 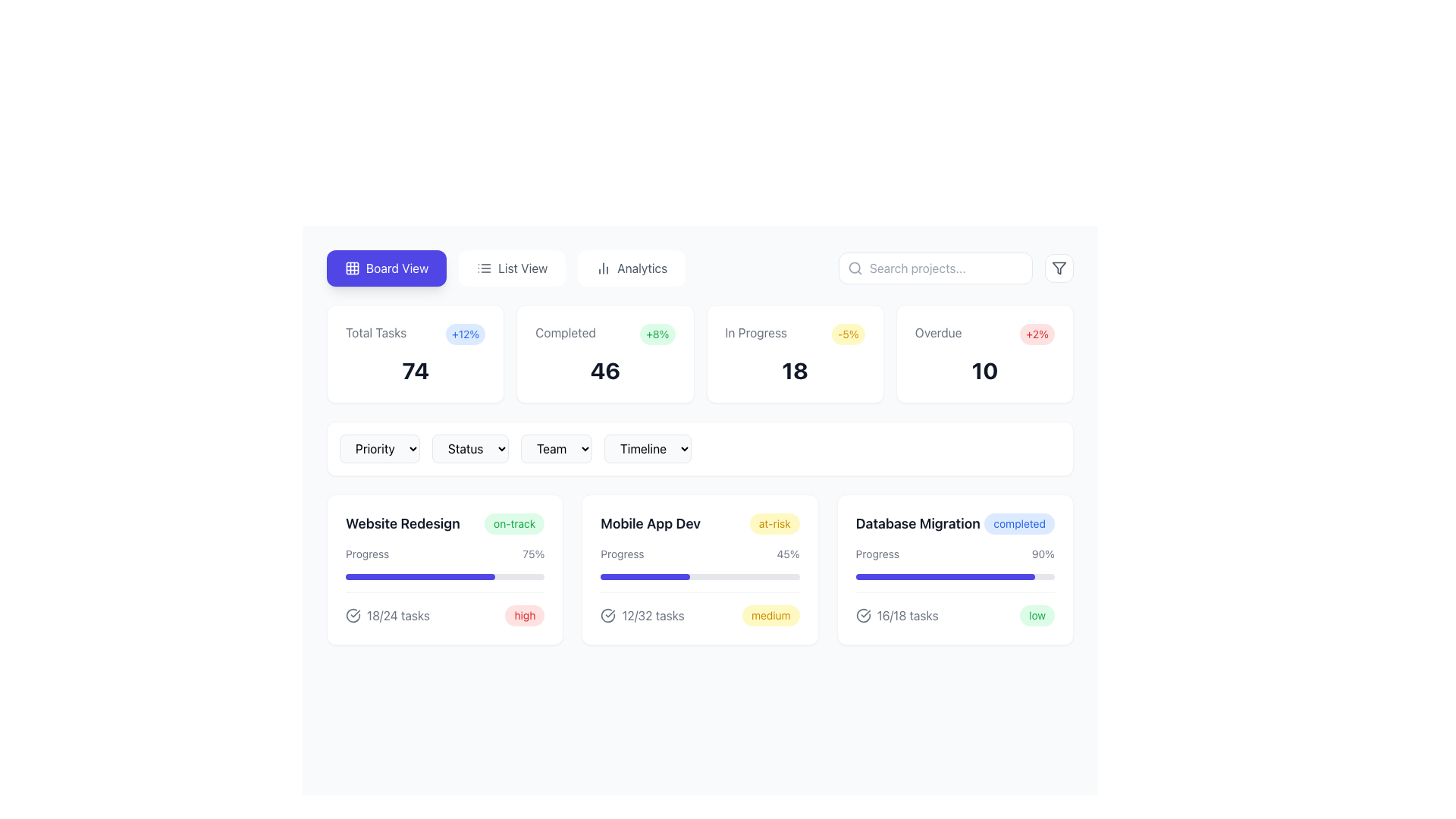 I want to click on text label displaying 'Completed' in gray color, located in the second block from the left under the title 'Total Tasks', so click(x=565, y=332).